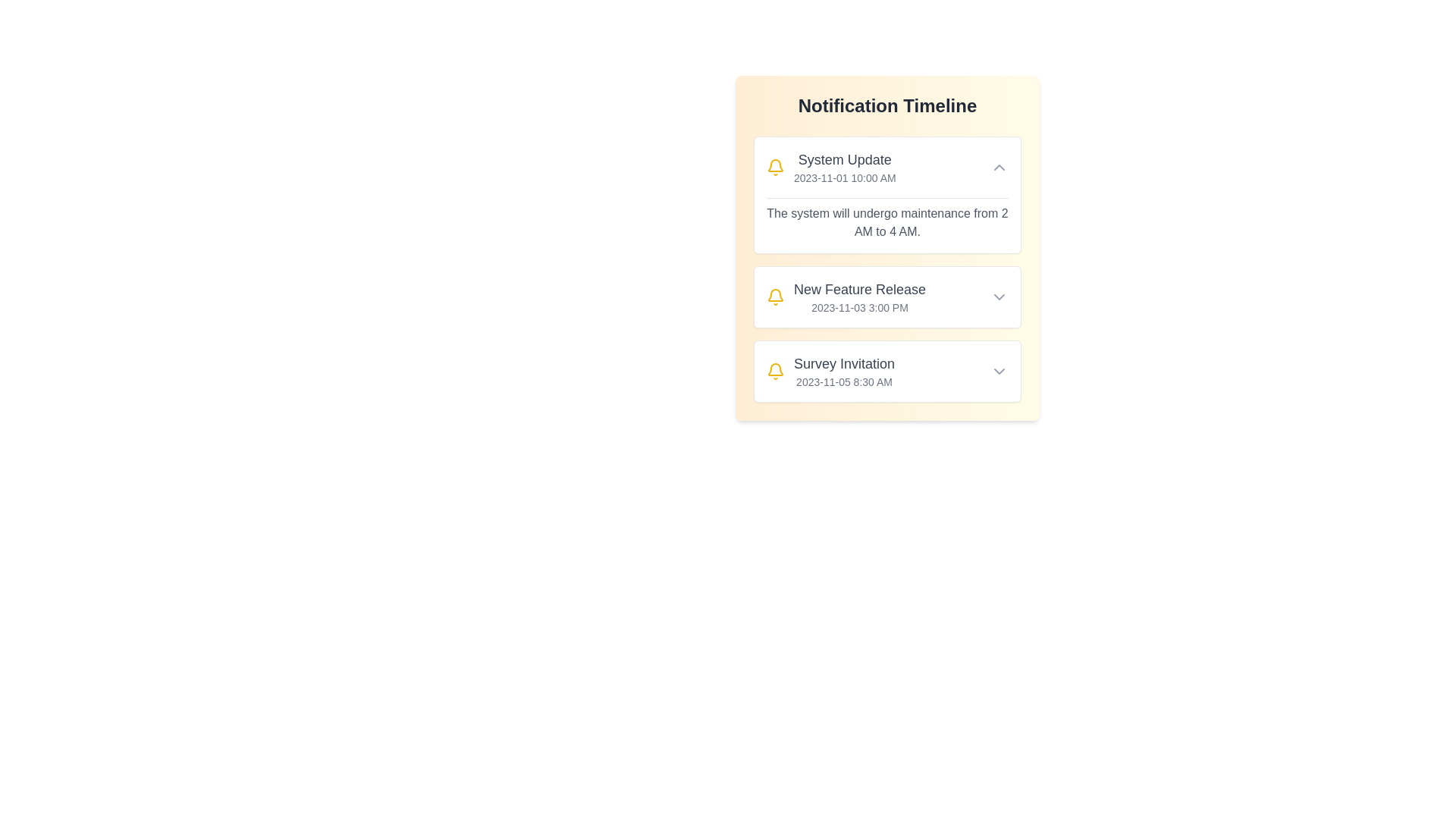  What do you see at coordinates (844, 167) in the screenshot?
I see `the main title and timestamp text display for the system update notification, which is the first item in the 'Notification Timeline' list located under a bell icon` at bounding box center [844, 167].